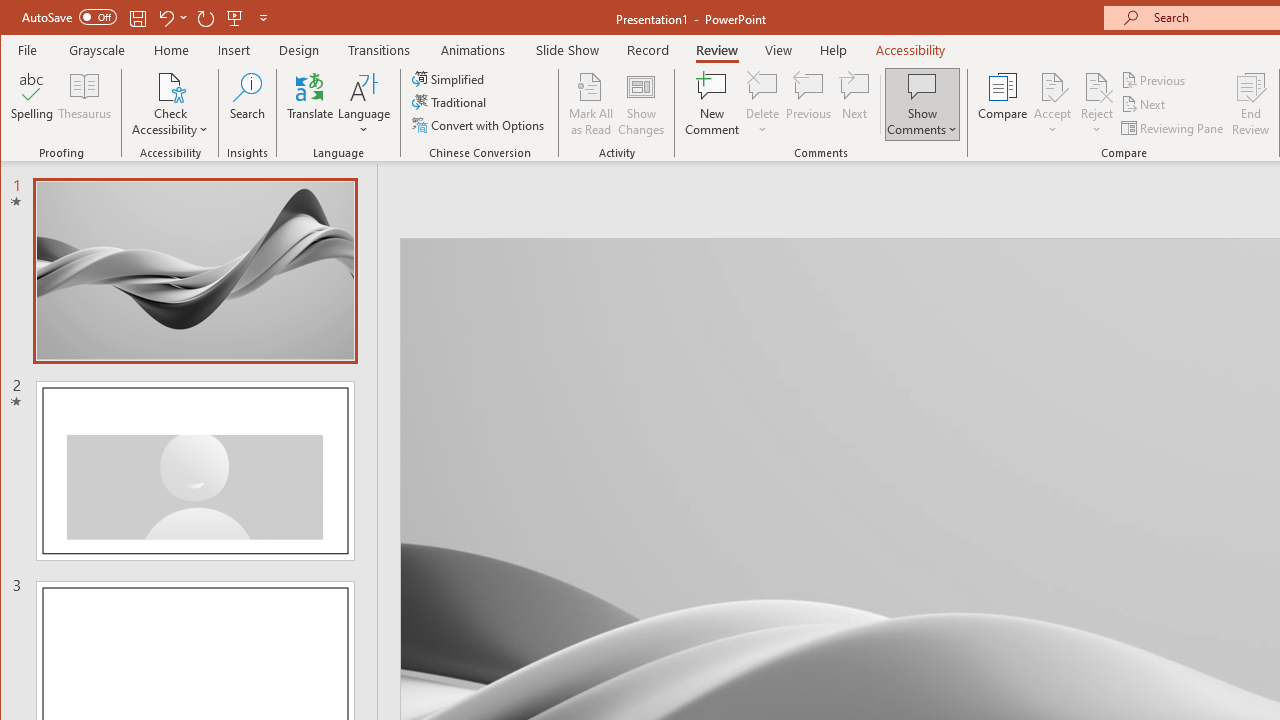 The image size is (1280, 720). I want to click on 'Check Accessibility', so click(170, 85).